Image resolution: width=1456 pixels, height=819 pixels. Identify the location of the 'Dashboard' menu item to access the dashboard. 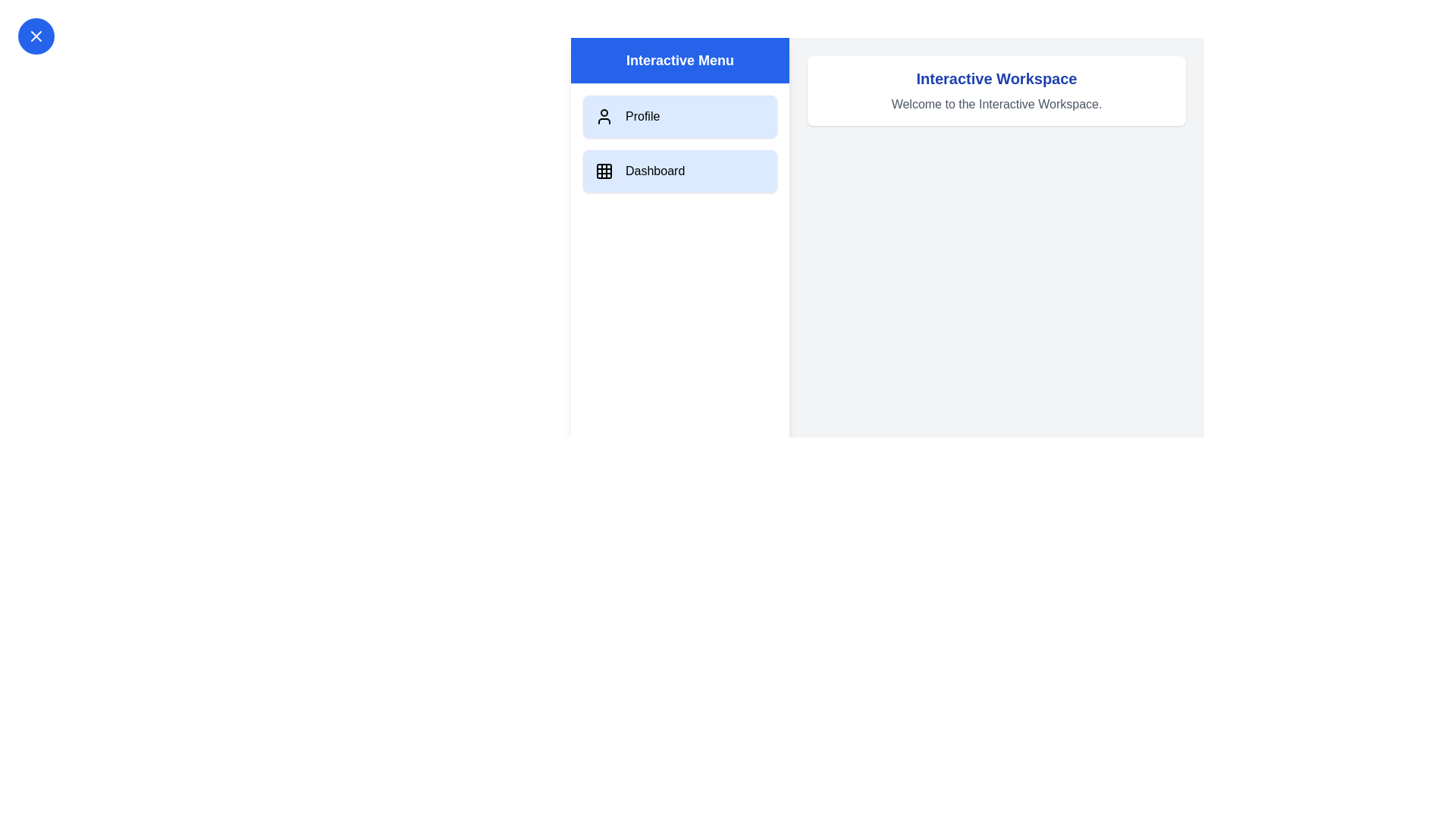
(679, 171).